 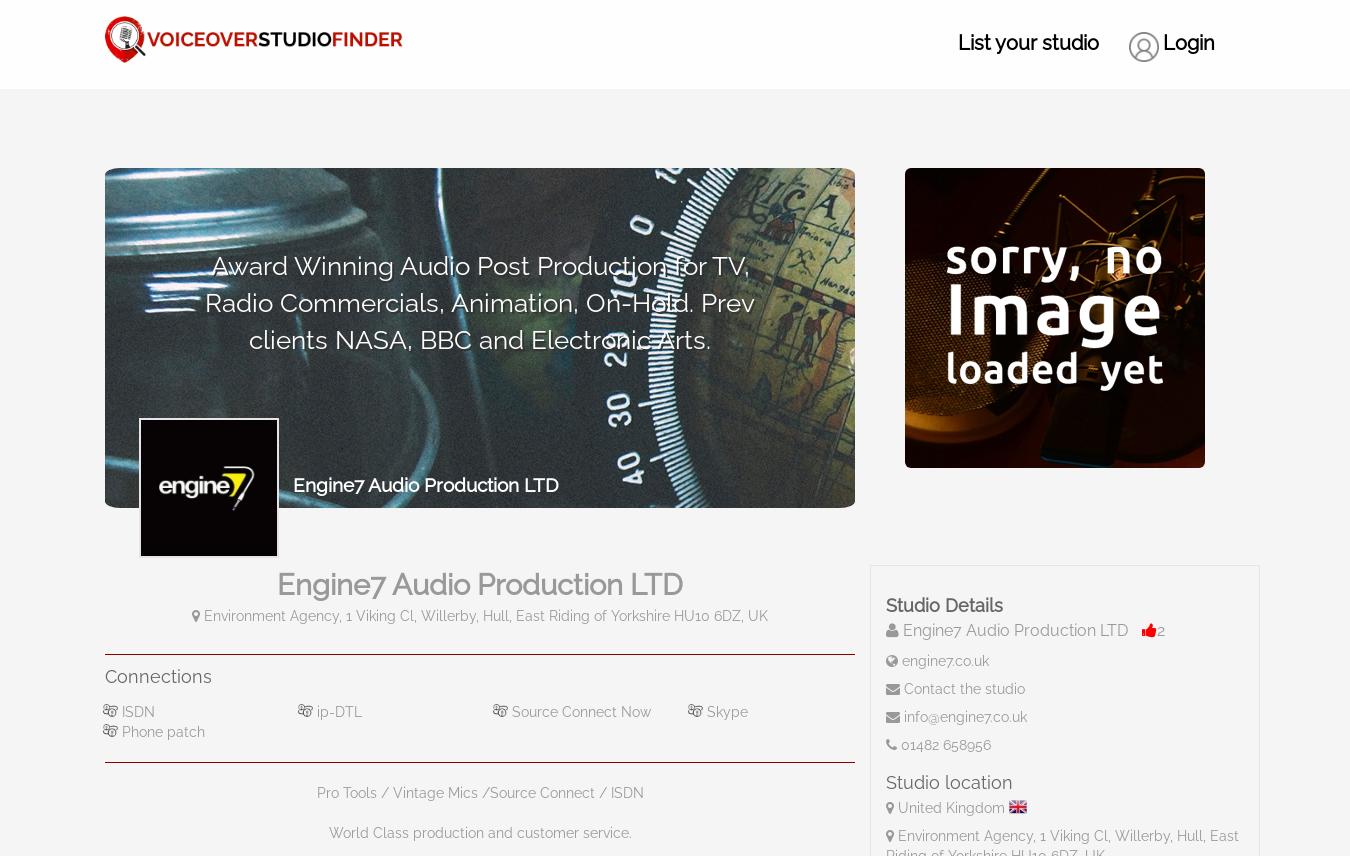 What do you see at coordinates (1028, 70) in the screenshot?
I see `'List your studio'` at bounding box center [1028, 70].